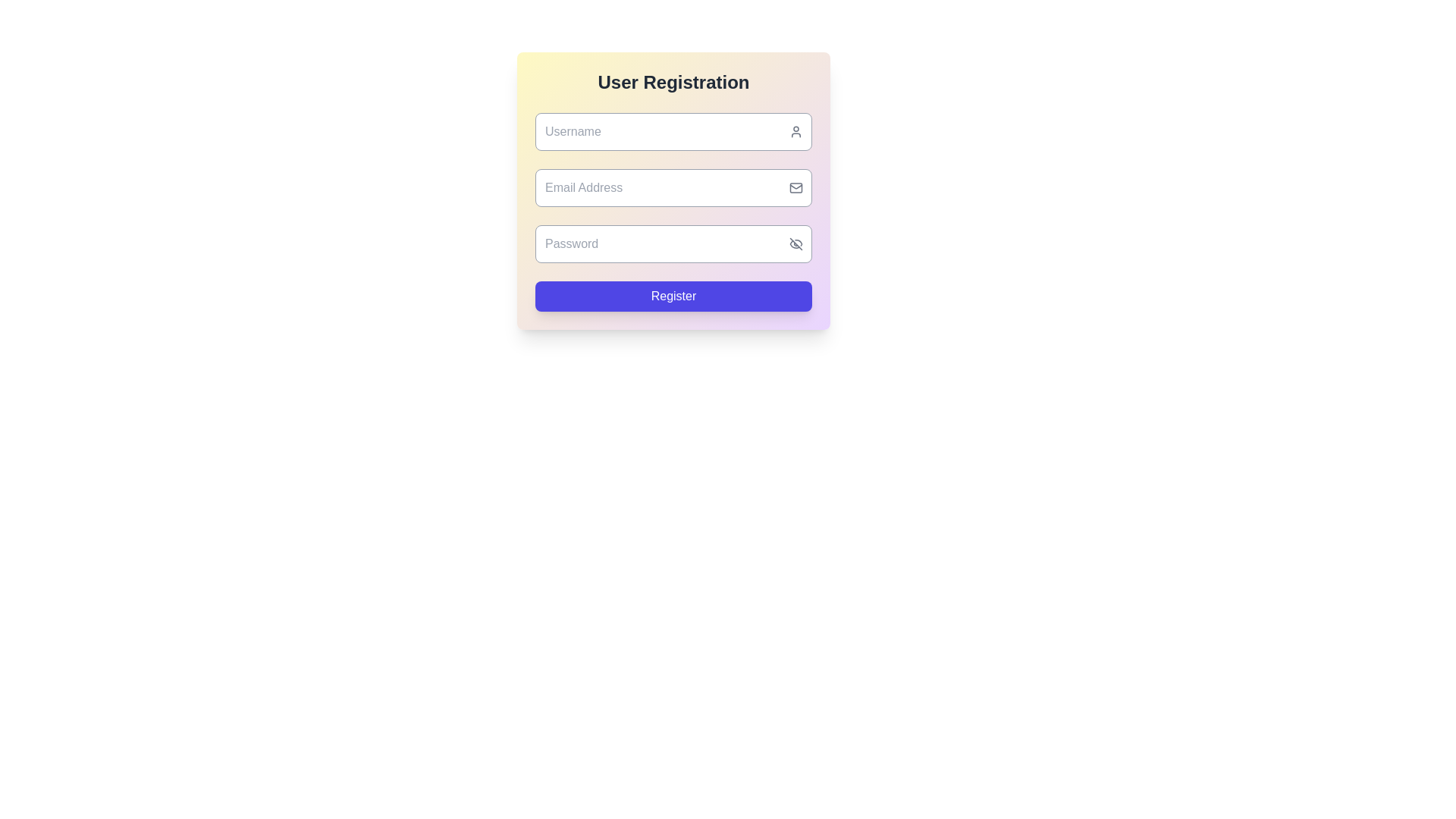 Image resolution: width=1456 pixels, height=819 pixels. Describe the element at coordinates (795, 243) in the screenshot. I see `the eye-shaped icon with a slash across it on the far right of the password input field` at that location.